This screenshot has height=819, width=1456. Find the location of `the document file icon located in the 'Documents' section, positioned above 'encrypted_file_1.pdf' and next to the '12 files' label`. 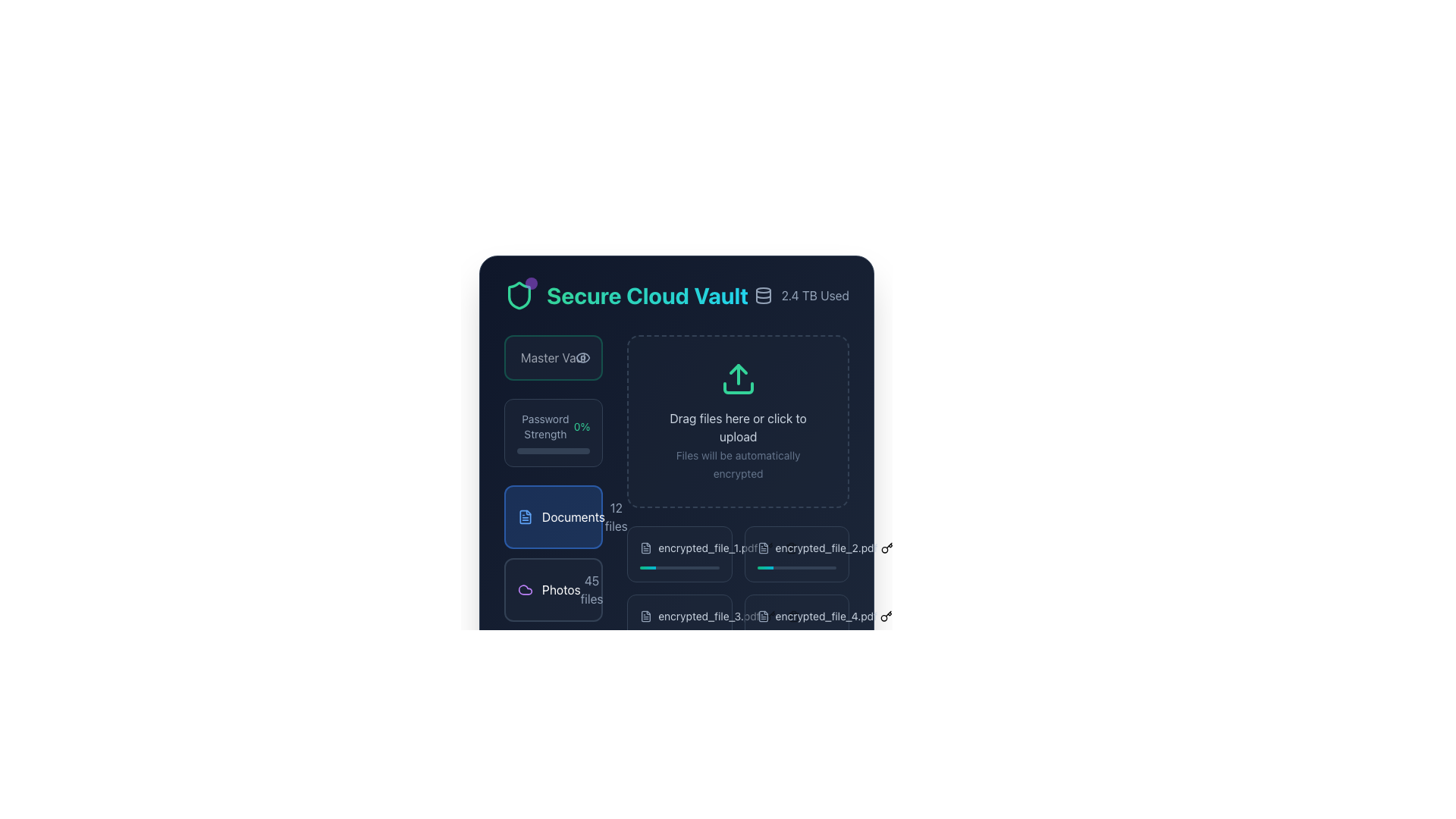

the document file icon located in the 'Documents' section, positioned above 'encrypted_file_1.pdf' and next to the '12 files' label is located at coordinates (646, 548).